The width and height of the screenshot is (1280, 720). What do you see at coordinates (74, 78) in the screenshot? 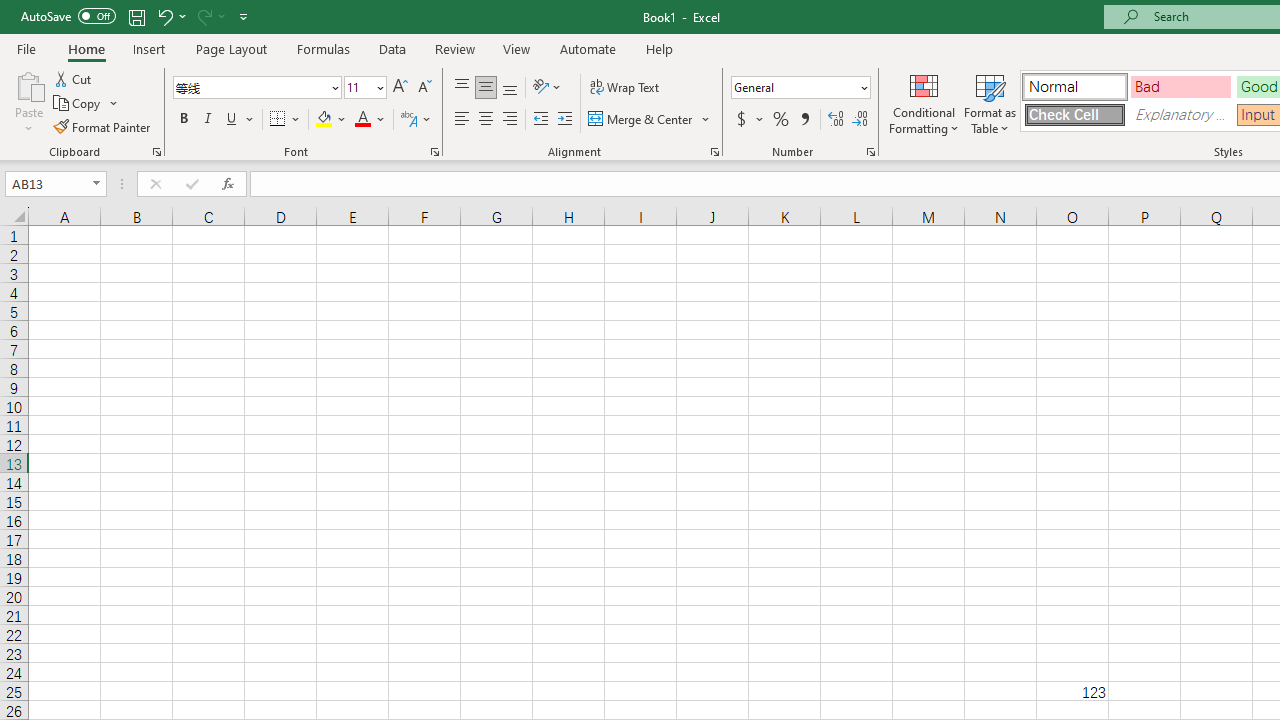
I see `'Cut'` at bounding box center [74, 78].